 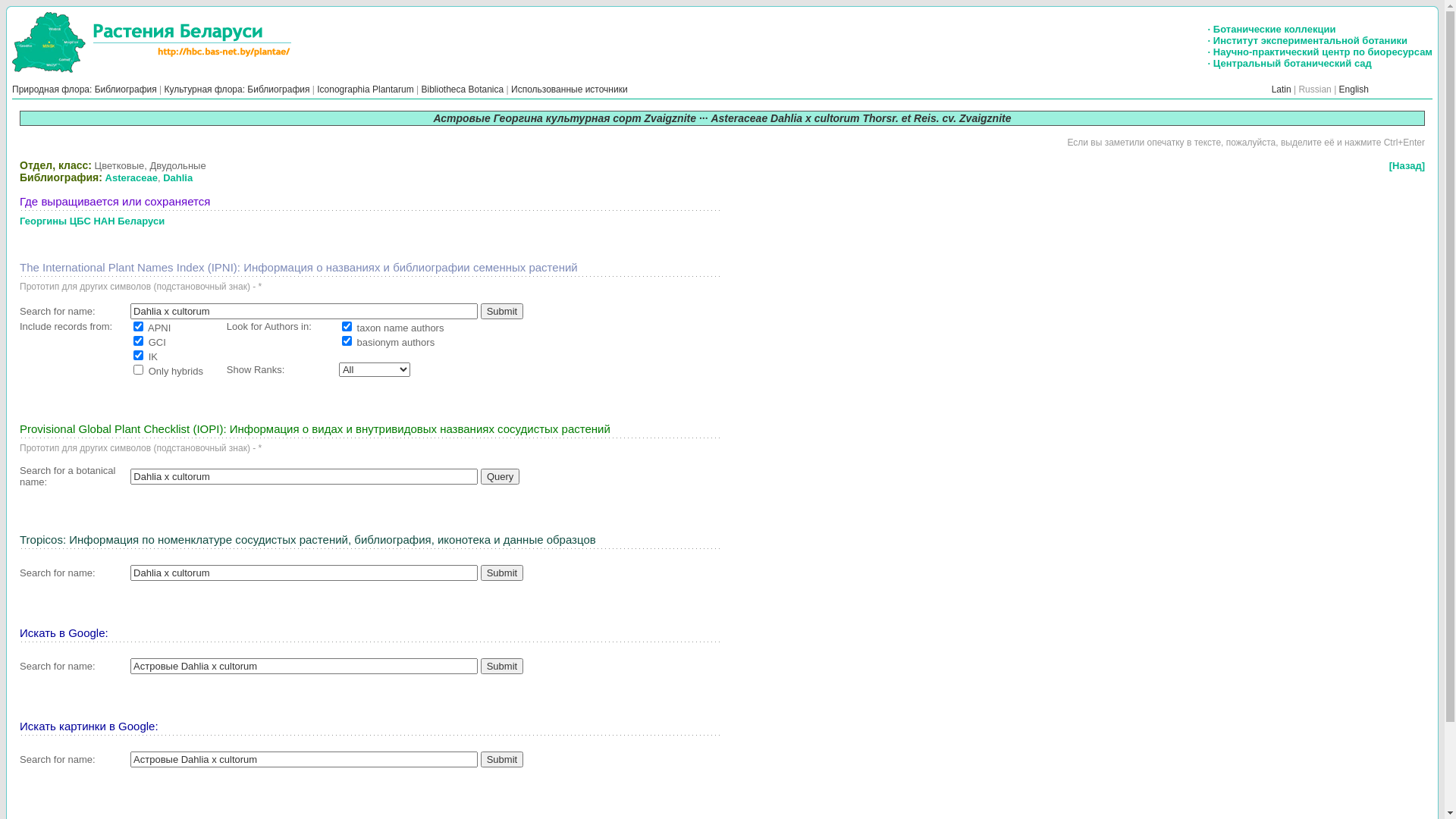 What do you see at coordinates (131, 177) in the screenshot?
I see `'Asteraceae'` at bounding box center [131, 177].